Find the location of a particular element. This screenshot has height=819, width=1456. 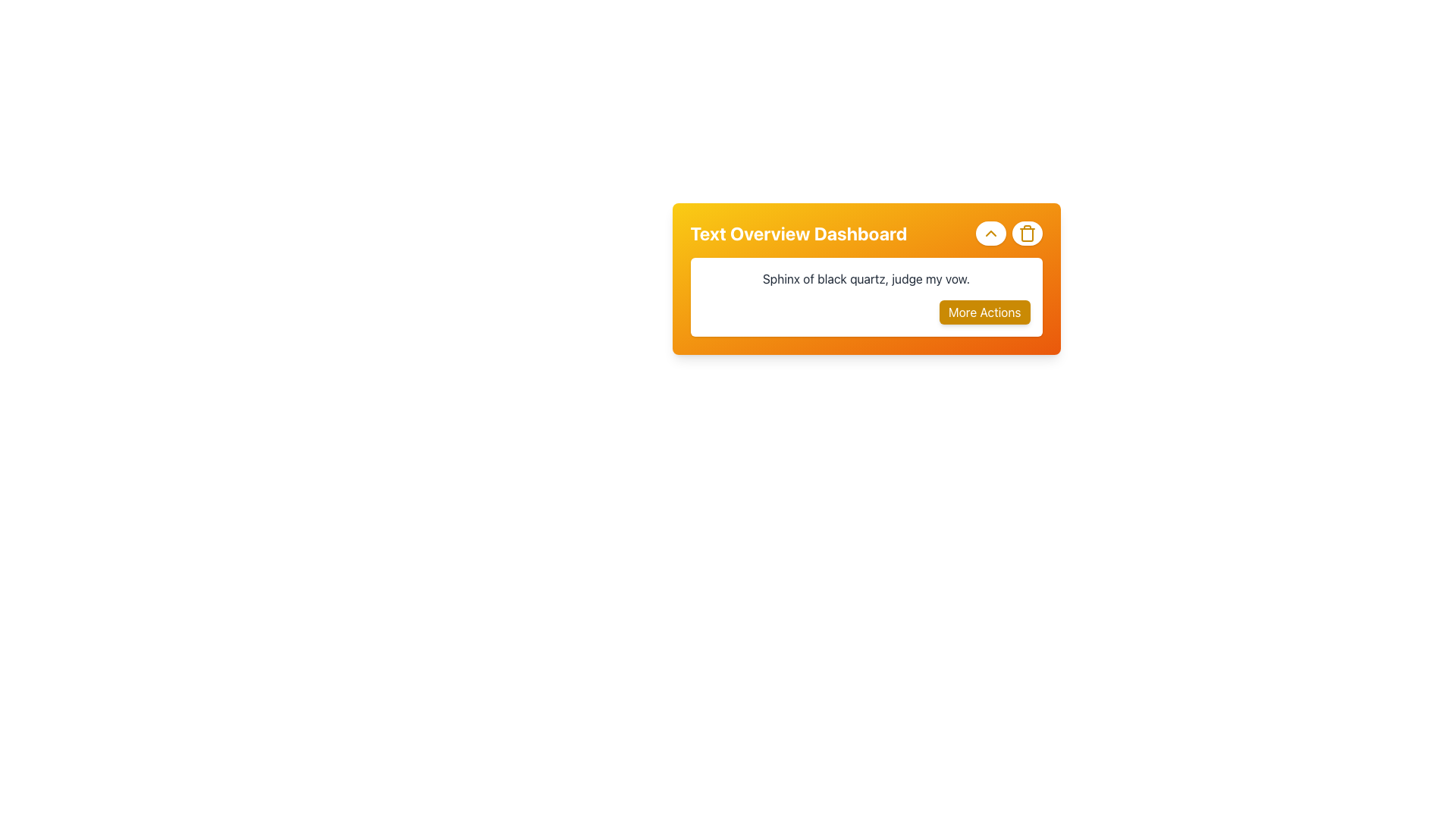

the delete button located at the top-right corner of the card is located at coordinates (1027, 234).